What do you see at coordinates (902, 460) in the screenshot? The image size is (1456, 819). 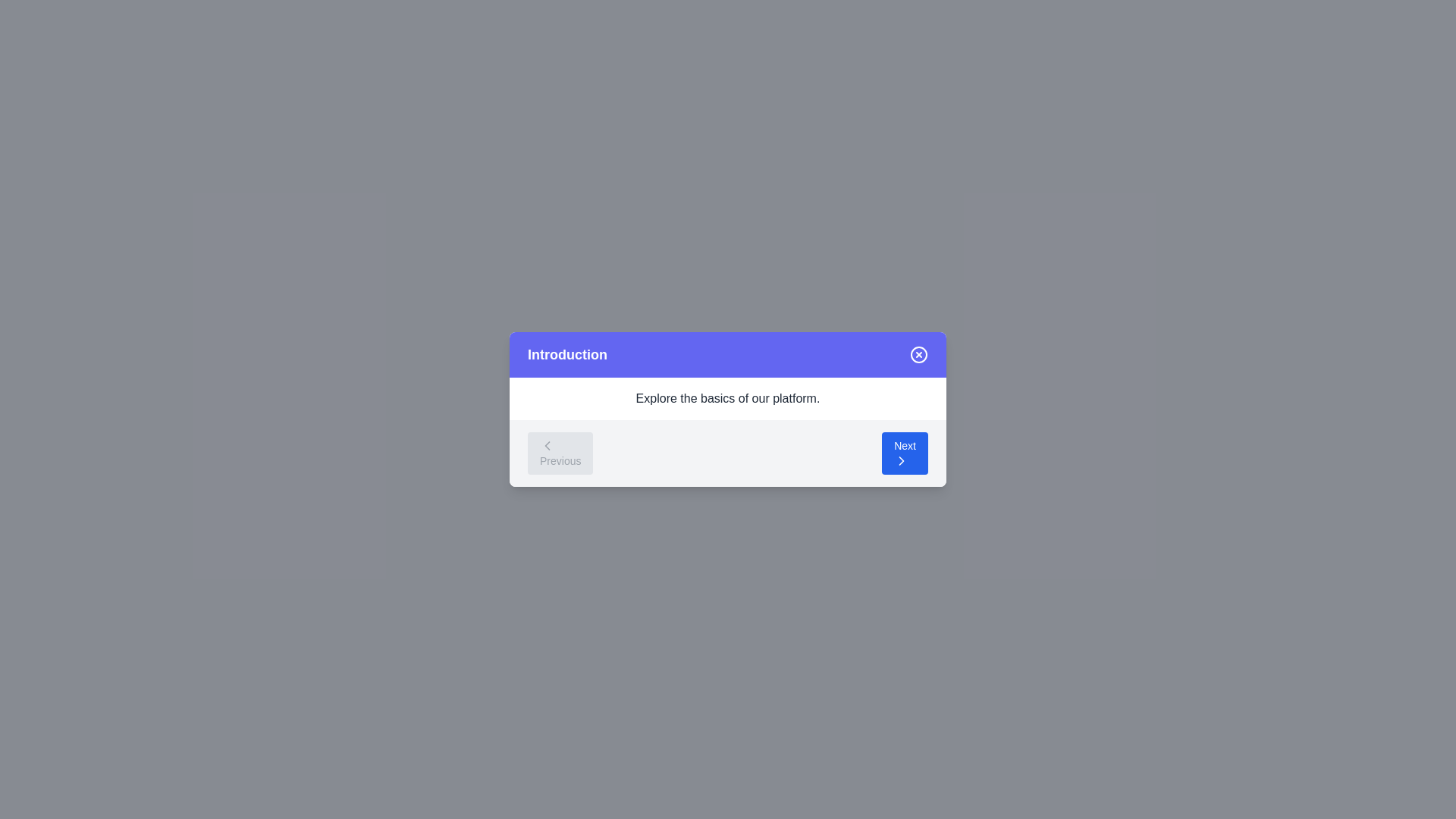 I see `the small right-facing chevron icon located inside the blue 'Next' button at the bottom-right corner of the dialog box` at bounding box center [902, 460].